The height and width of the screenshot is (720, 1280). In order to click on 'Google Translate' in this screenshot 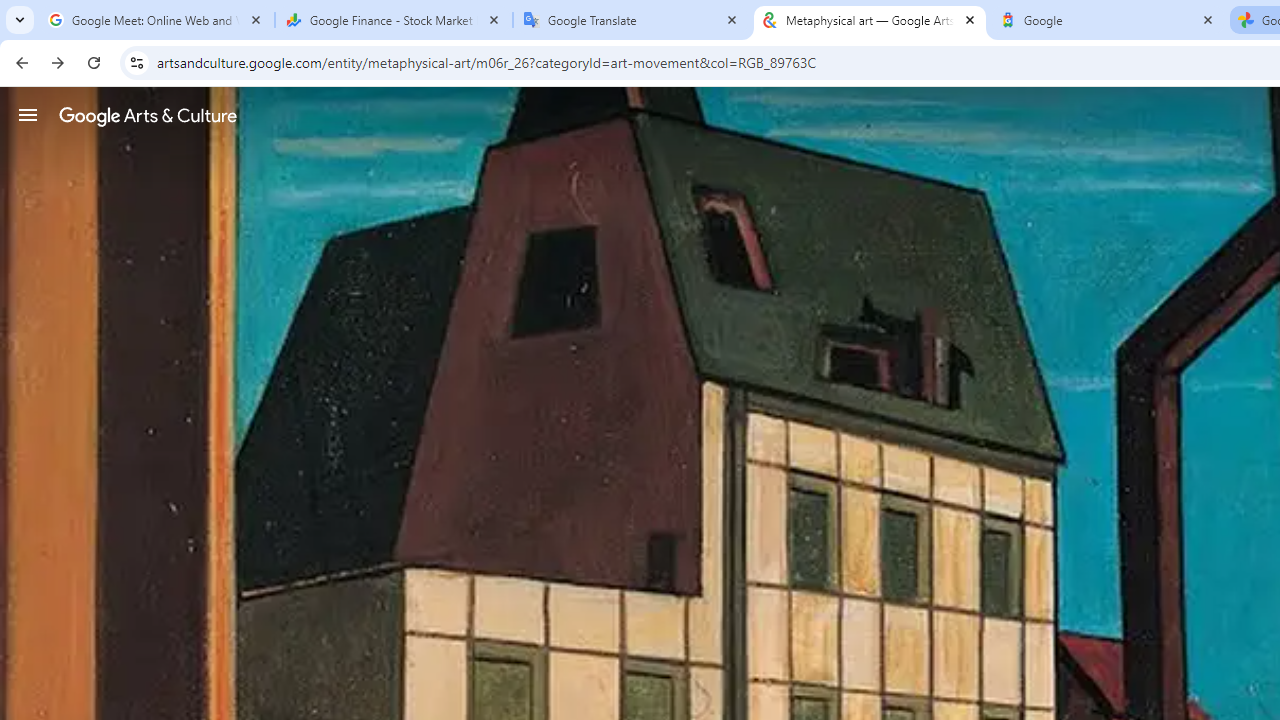, I will do `click(631, 20)`.